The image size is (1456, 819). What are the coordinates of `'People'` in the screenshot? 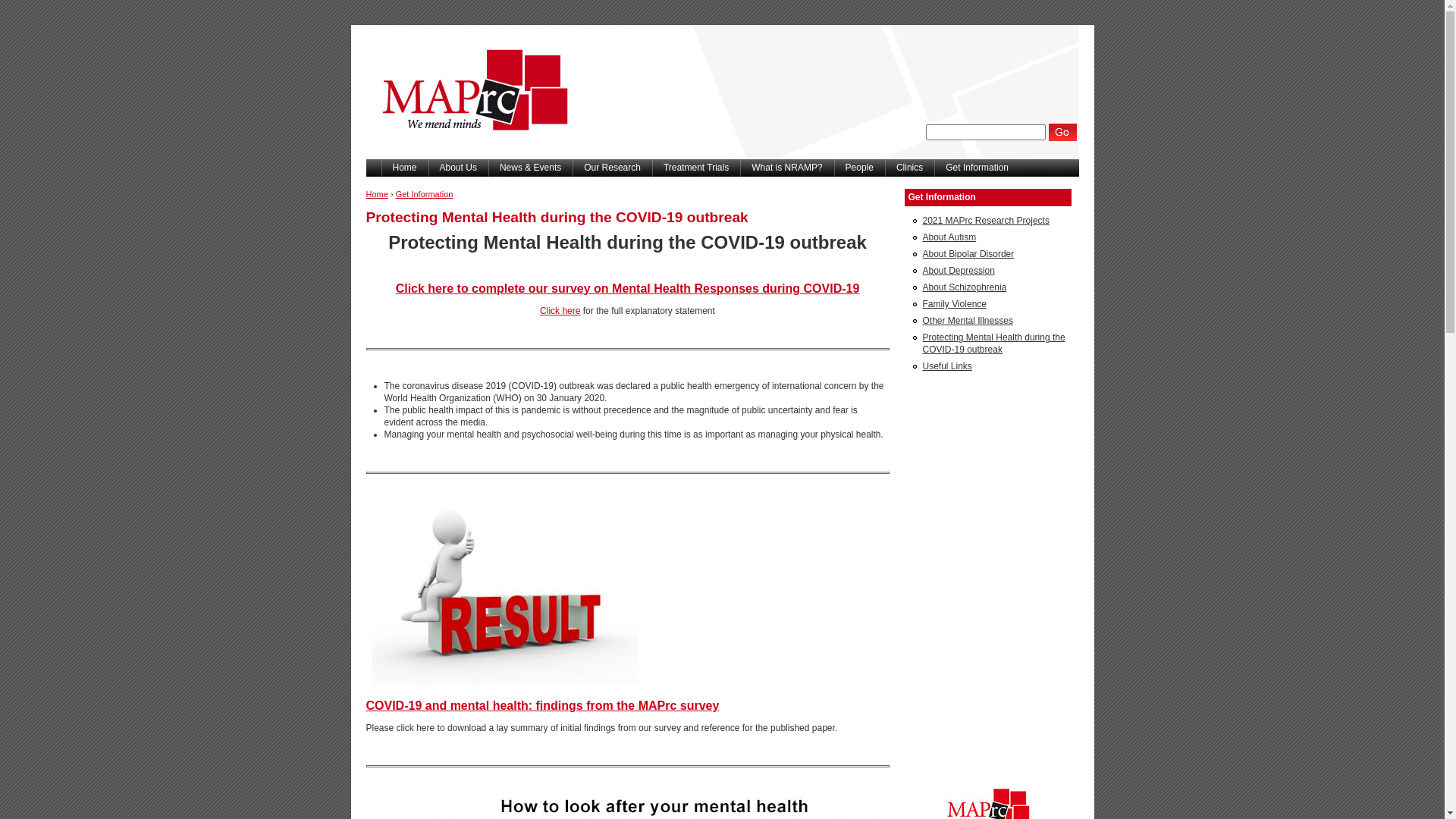 It's located at (859, 168).